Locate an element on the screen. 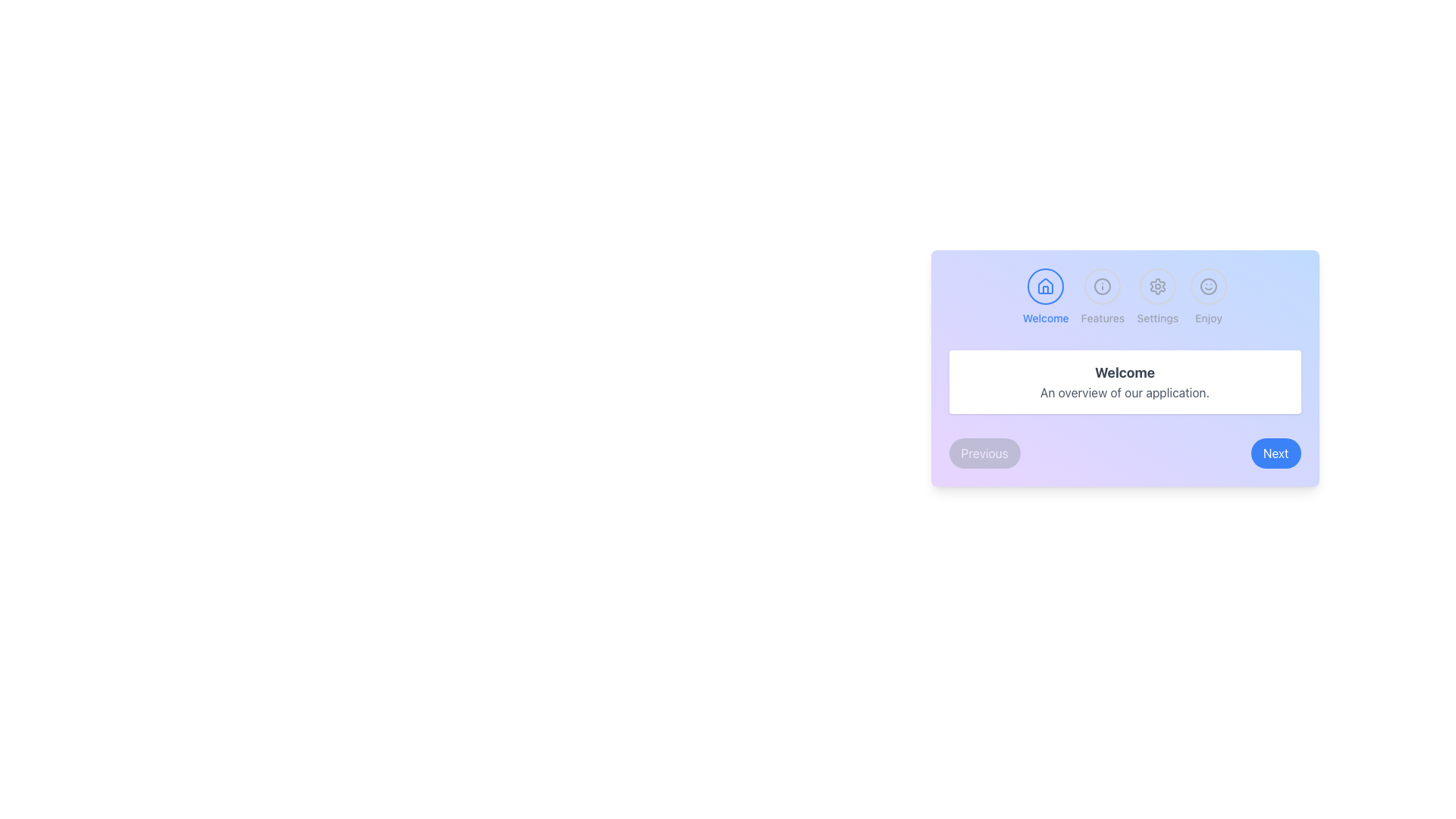 The image size is (1456, 819). the circular icon button that resembles an information icon, located above the 'Features' text is located at coordinates (1103, 287).